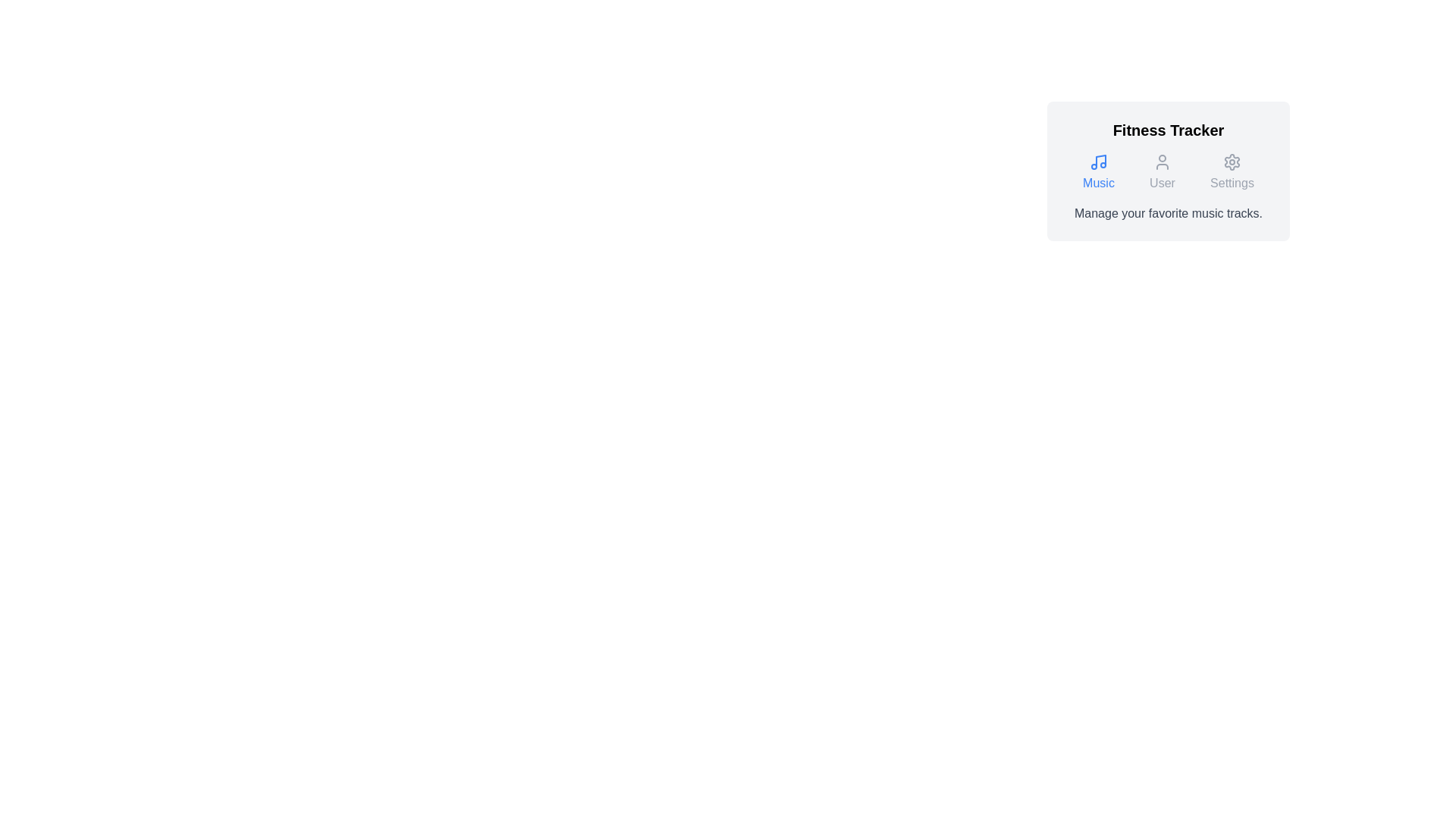 The width and height of the screenshot is (1456, 819). What do you see at coordinates (1099, 171) in the screenshot?
I see `the 'Music' button, which features a music note icon and is styled in blue` at bounding box center [1099, 171].